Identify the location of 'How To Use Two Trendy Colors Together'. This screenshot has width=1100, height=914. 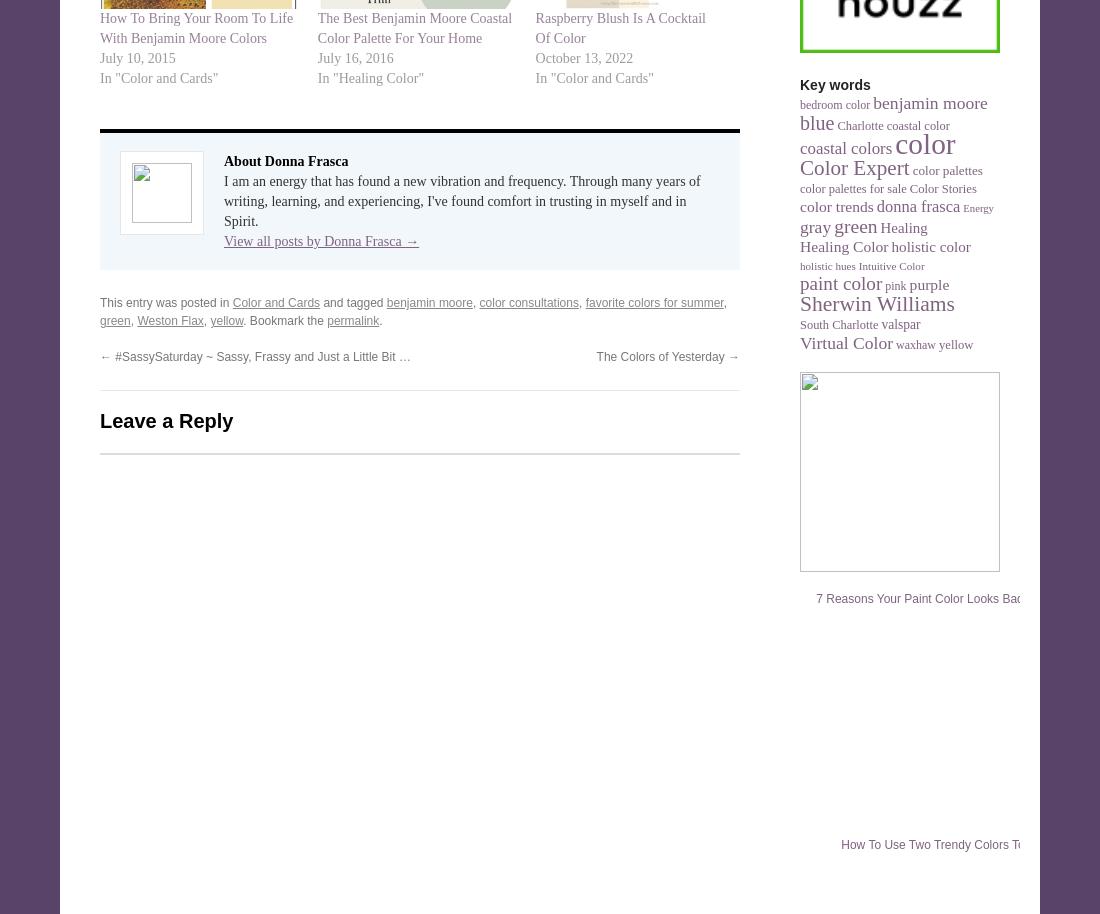
(839, 844).